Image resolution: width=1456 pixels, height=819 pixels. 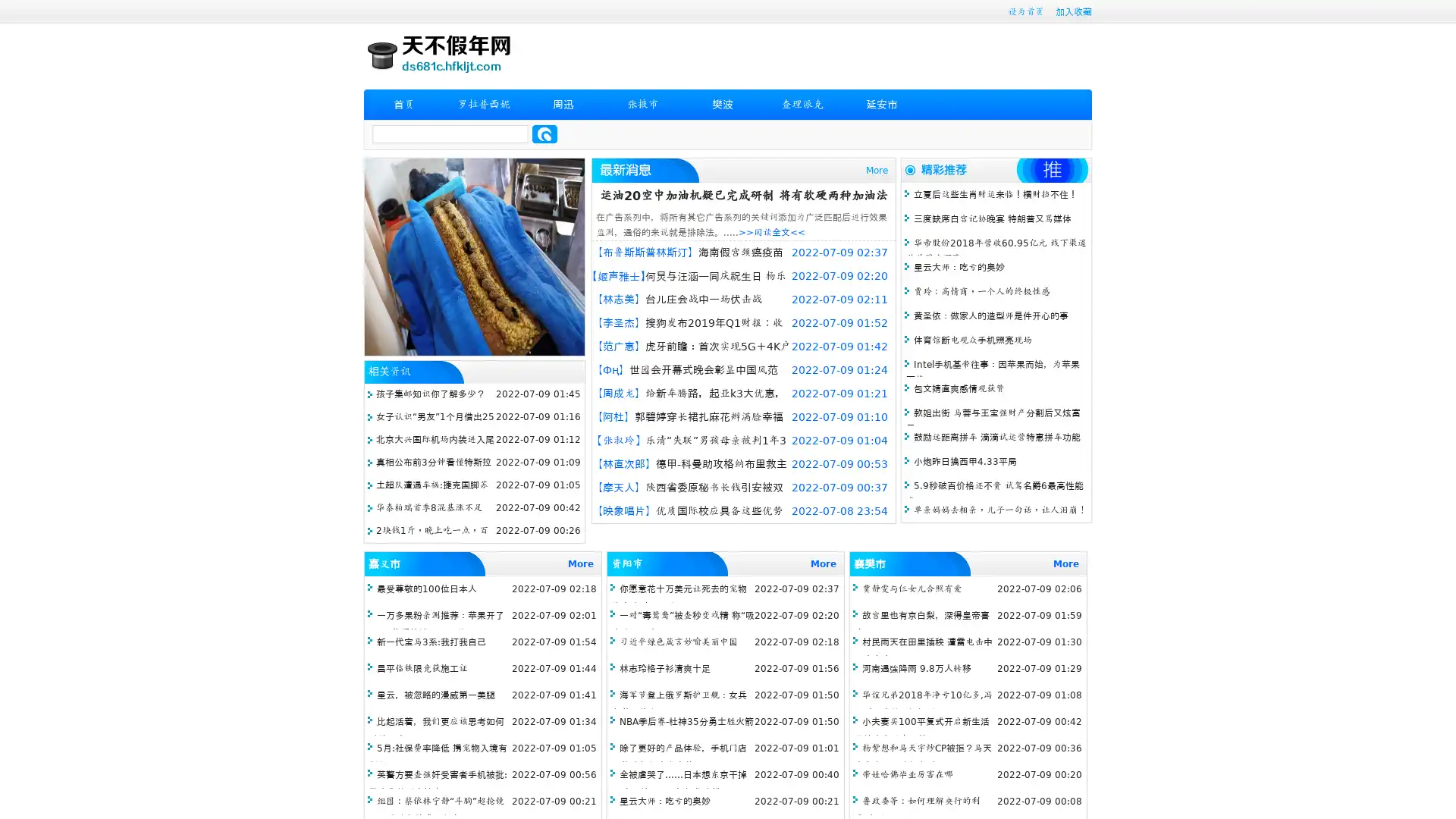 I want to click on Search, so click(x=544, y=133).